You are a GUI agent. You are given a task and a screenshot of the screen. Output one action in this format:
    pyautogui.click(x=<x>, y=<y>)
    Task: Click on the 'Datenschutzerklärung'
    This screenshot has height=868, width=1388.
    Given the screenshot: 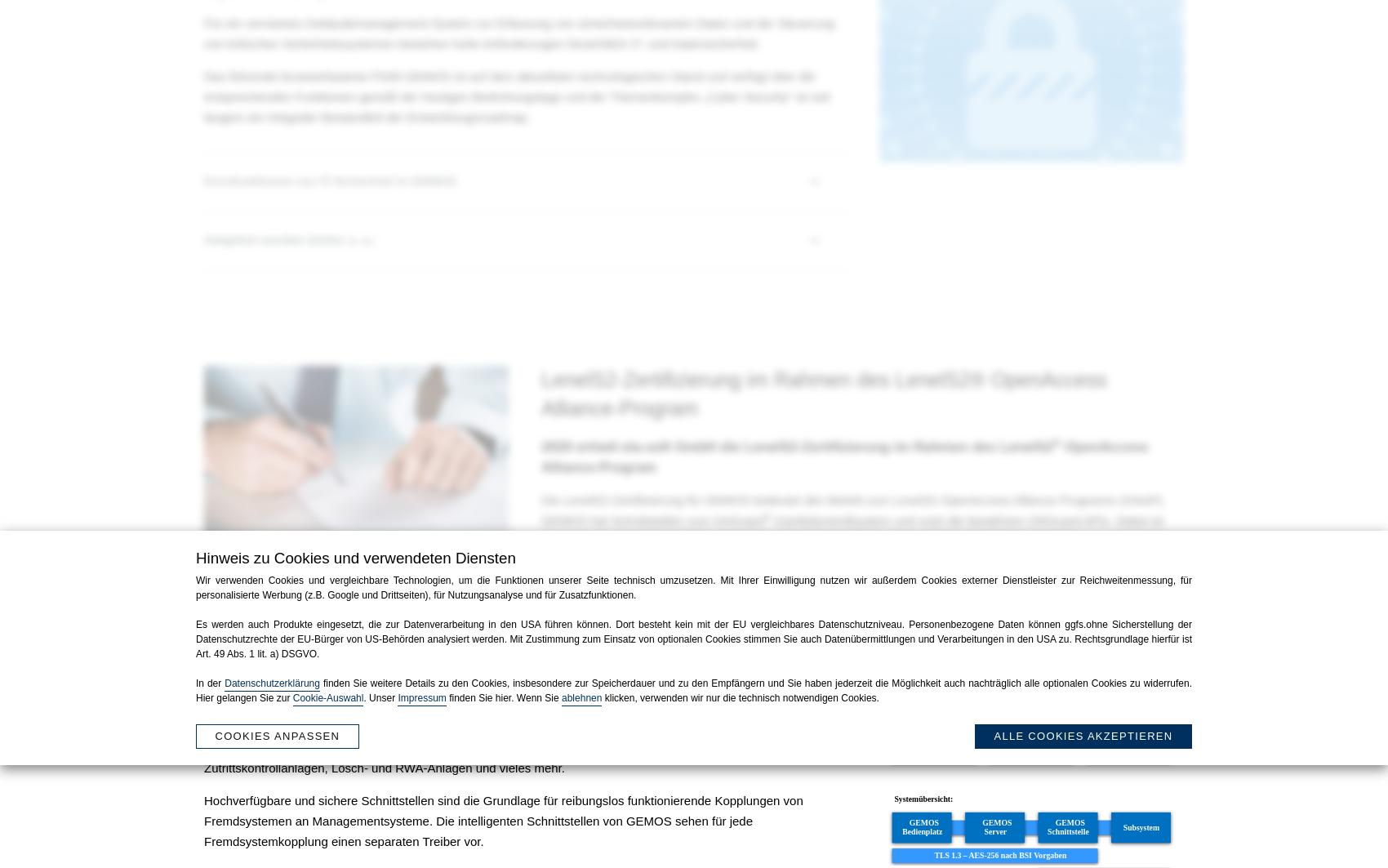 What is the action you would take?
    pyautogui.click(x=271, y=683)
    